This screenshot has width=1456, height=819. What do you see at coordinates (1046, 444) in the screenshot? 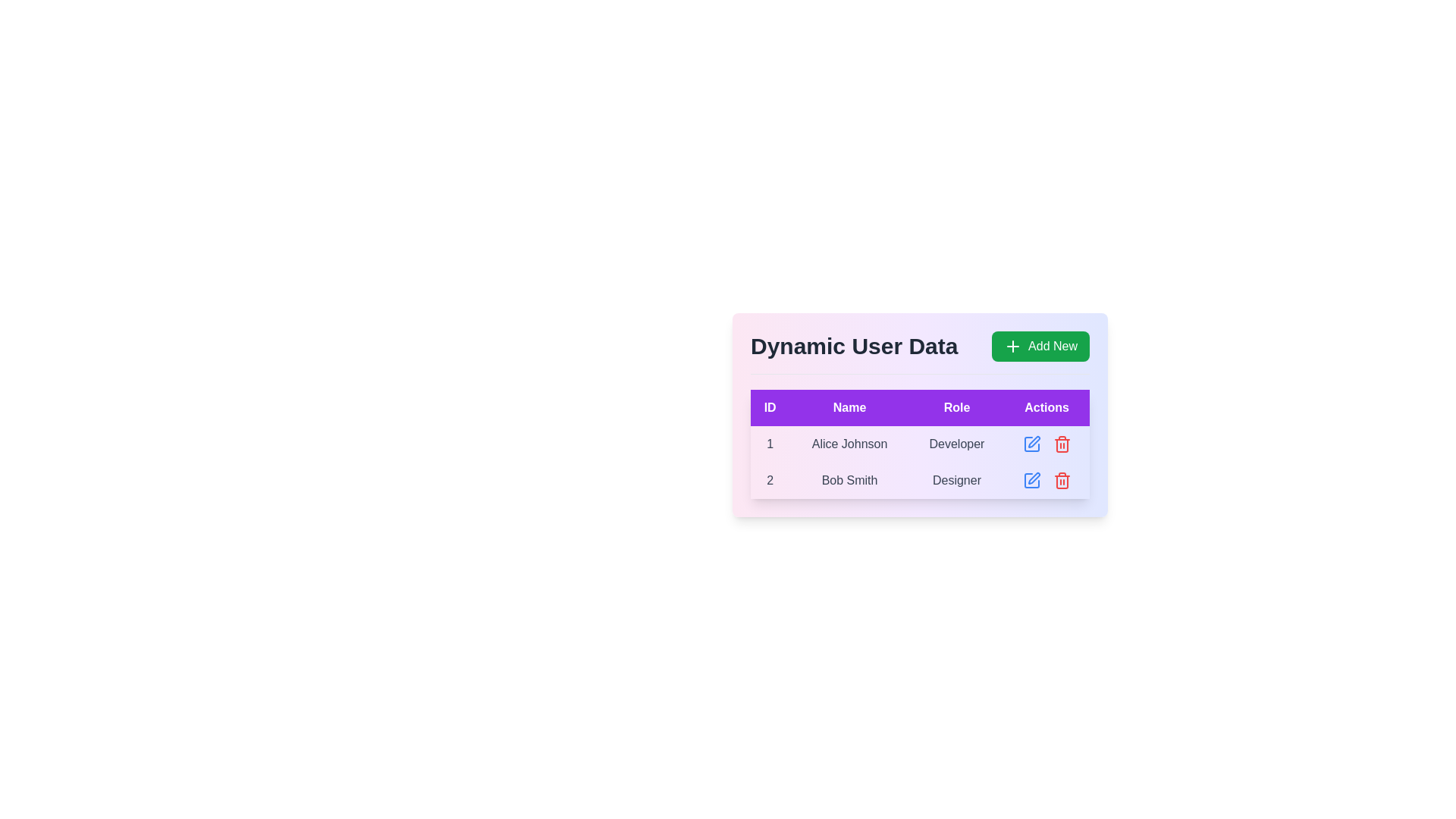
I see `the decorative separator element located between the edit icon and the delete icon in the 'Actions' column of the first row in the table` at bounding box center [1046, 444].